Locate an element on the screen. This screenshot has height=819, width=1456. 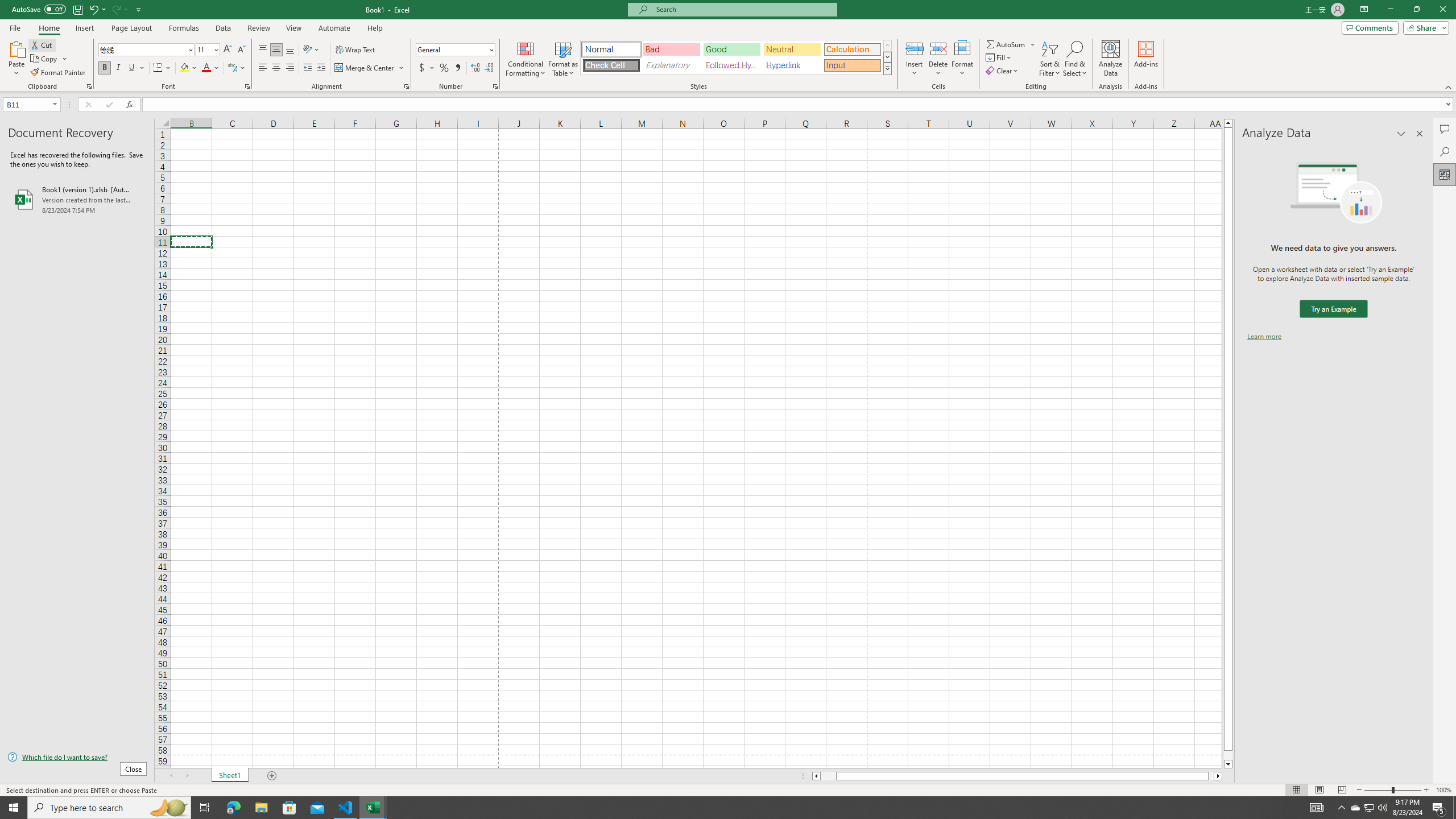
'Accounting Number Format' is located at coordinates (427, 67).